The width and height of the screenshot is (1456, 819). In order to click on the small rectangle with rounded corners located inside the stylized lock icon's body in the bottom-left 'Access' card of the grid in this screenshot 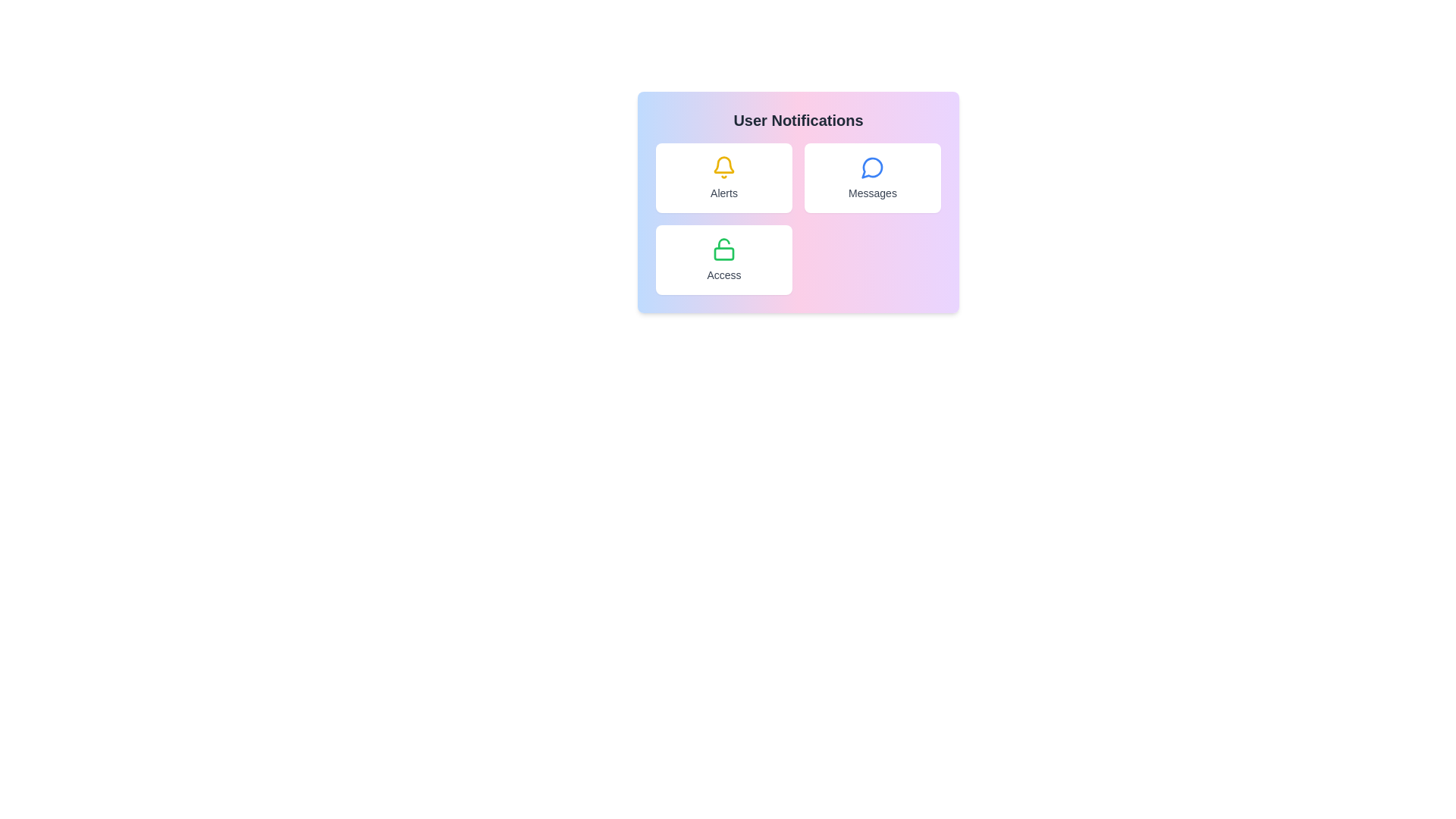, I will do `click(723, 253)`.